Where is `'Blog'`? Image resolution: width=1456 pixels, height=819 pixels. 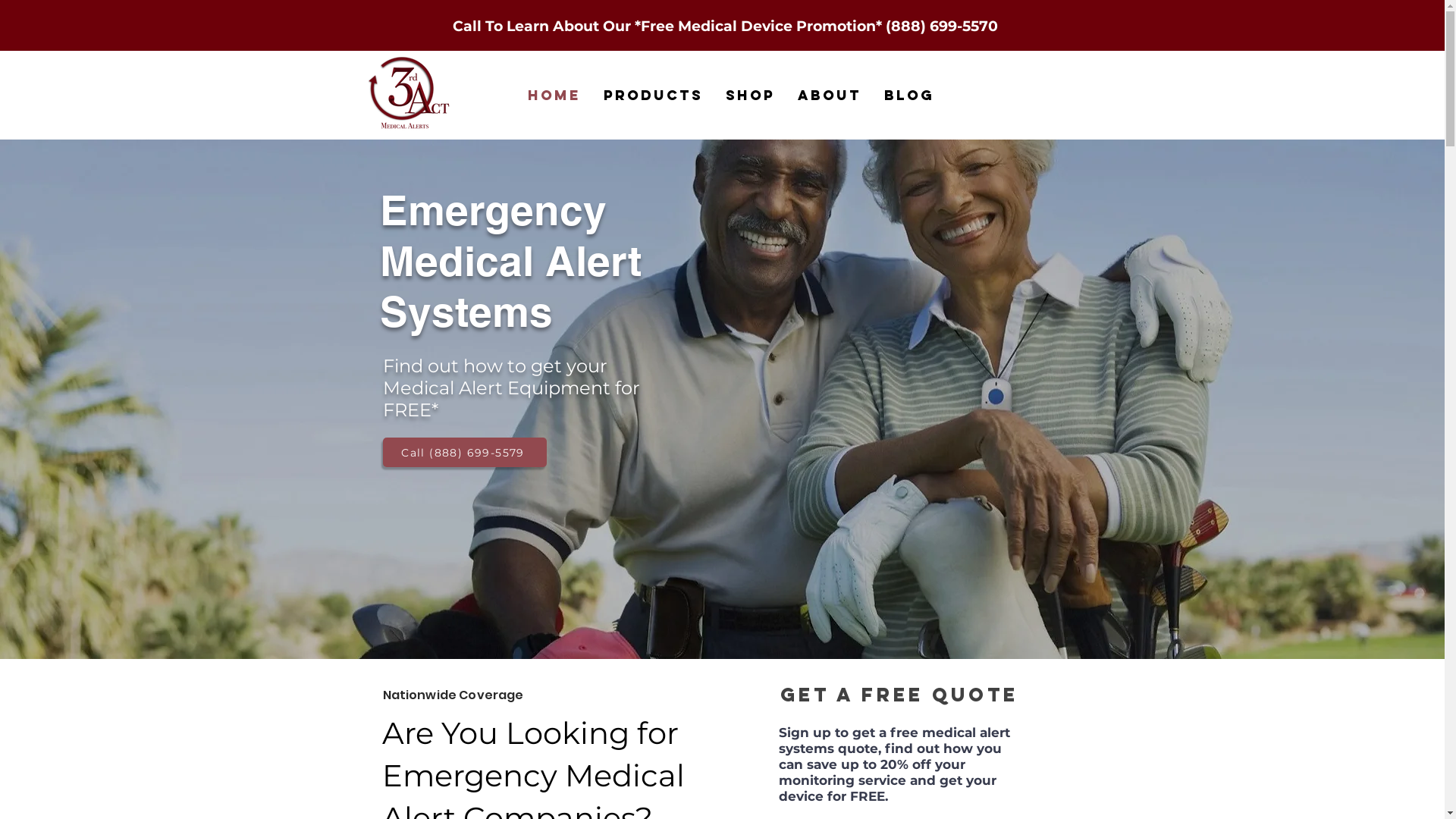 'Blog' is located at coordinates (908, 95).